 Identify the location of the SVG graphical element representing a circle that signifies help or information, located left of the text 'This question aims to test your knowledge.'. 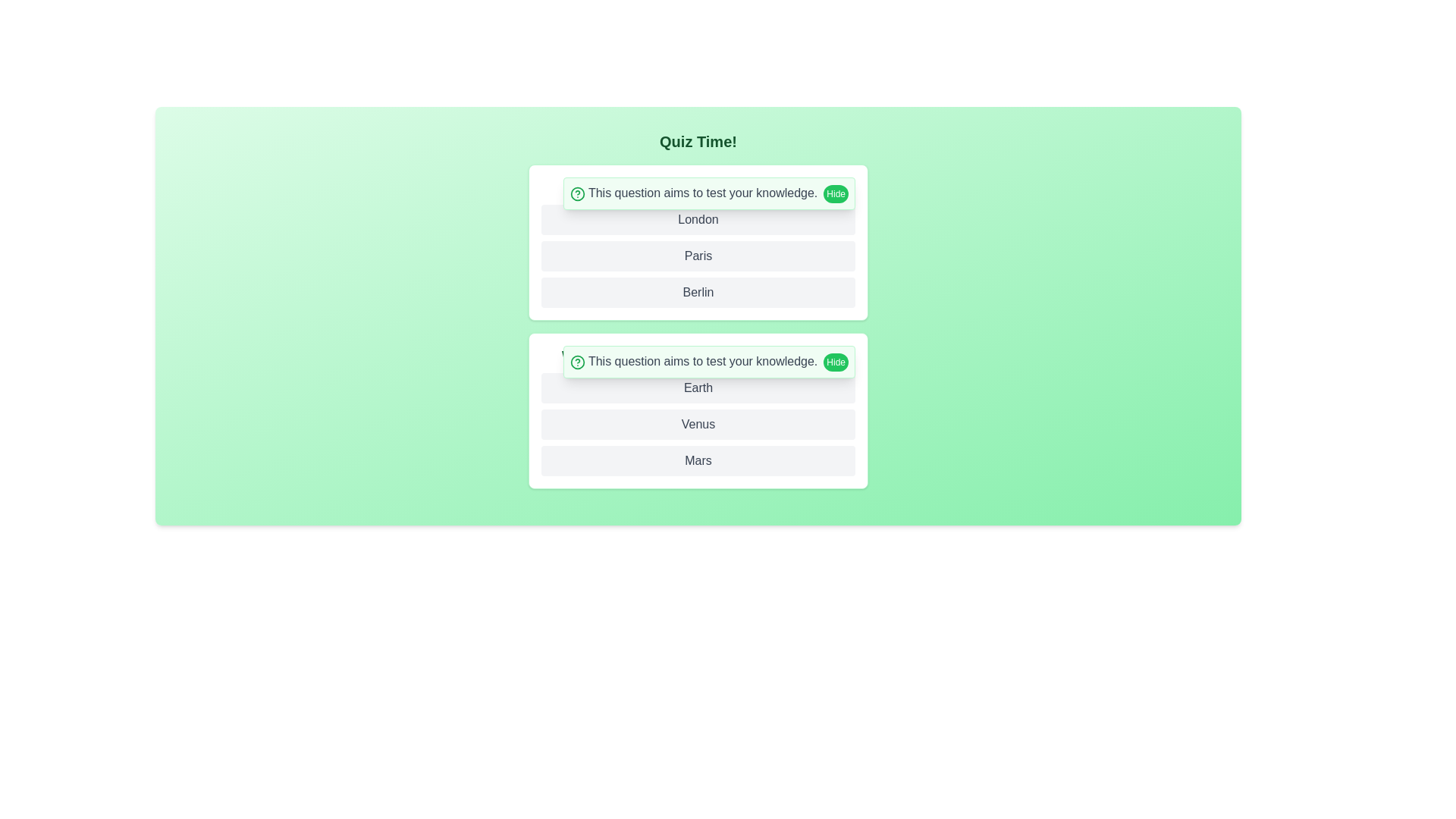
(576, 193).